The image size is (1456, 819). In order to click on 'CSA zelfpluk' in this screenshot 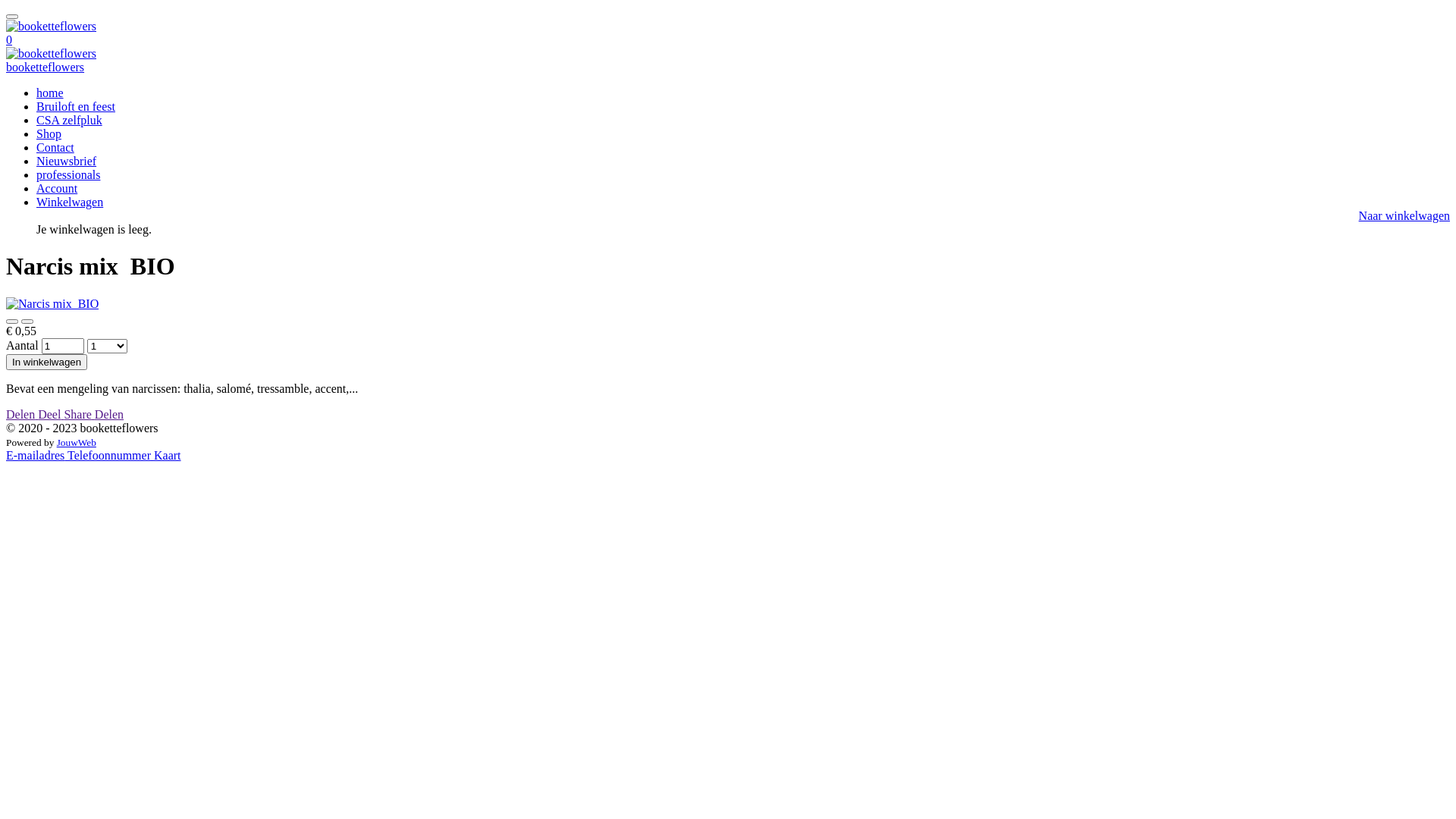, I will do `click(68, 119)`.